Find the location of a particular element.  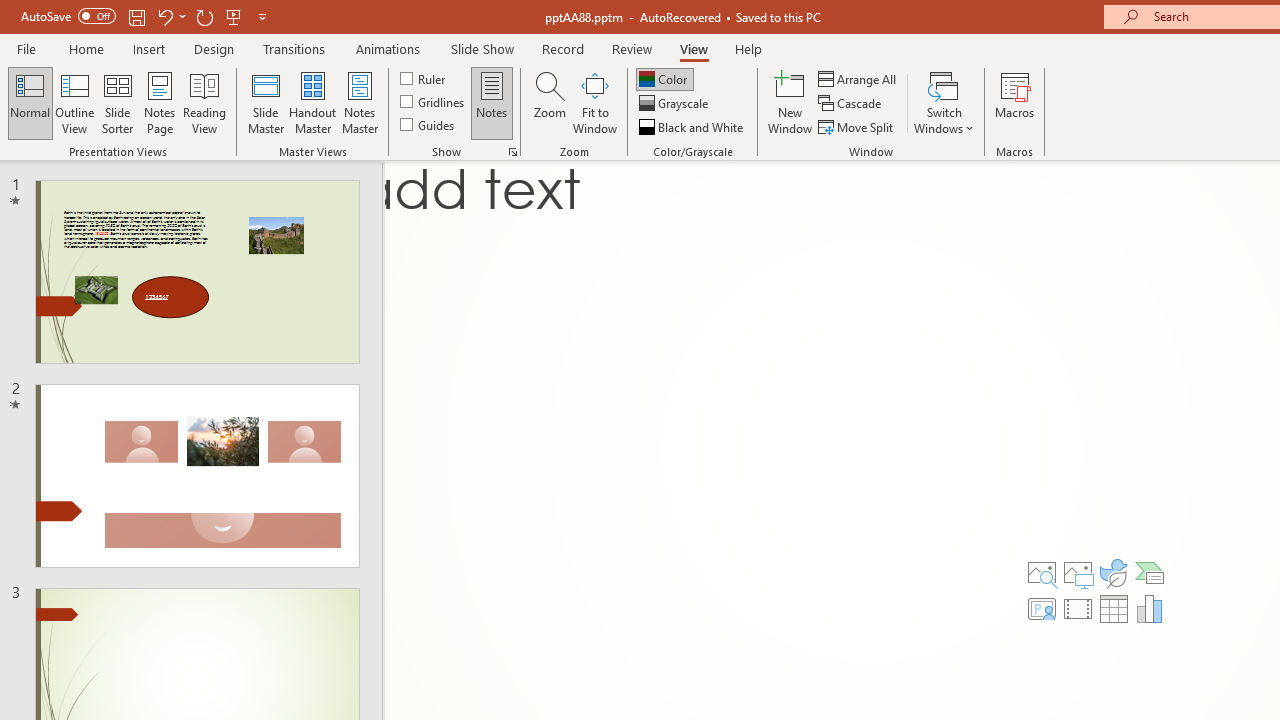

'Cascade' is located at coordinates (851, 103).